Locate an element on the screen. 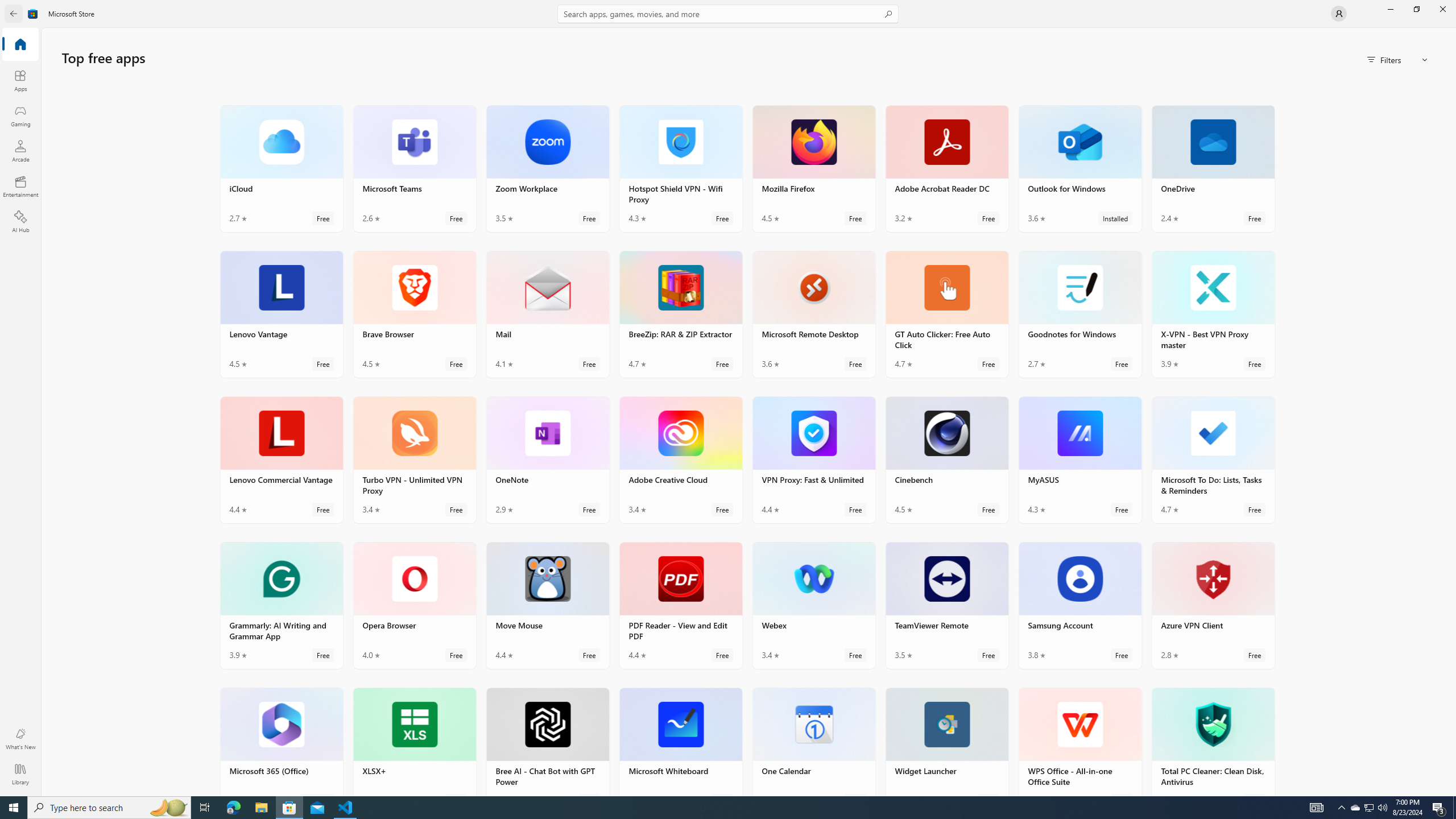 The height and width of the screenshot is (819, 1456). 'Filters' is located at coordinates (1397, 59).